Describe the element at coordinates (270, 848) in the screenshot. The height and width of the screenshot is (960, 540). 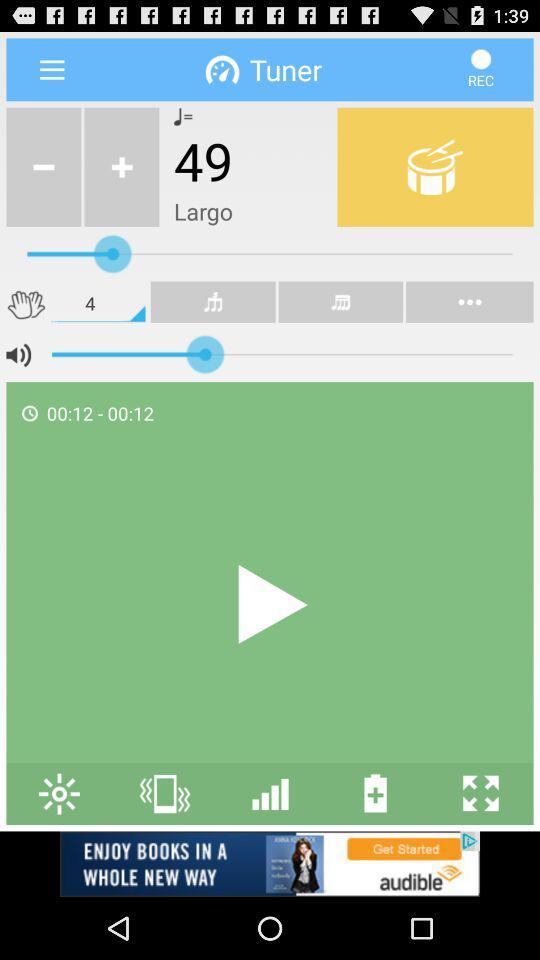
I see `the sliders icon` at that location.